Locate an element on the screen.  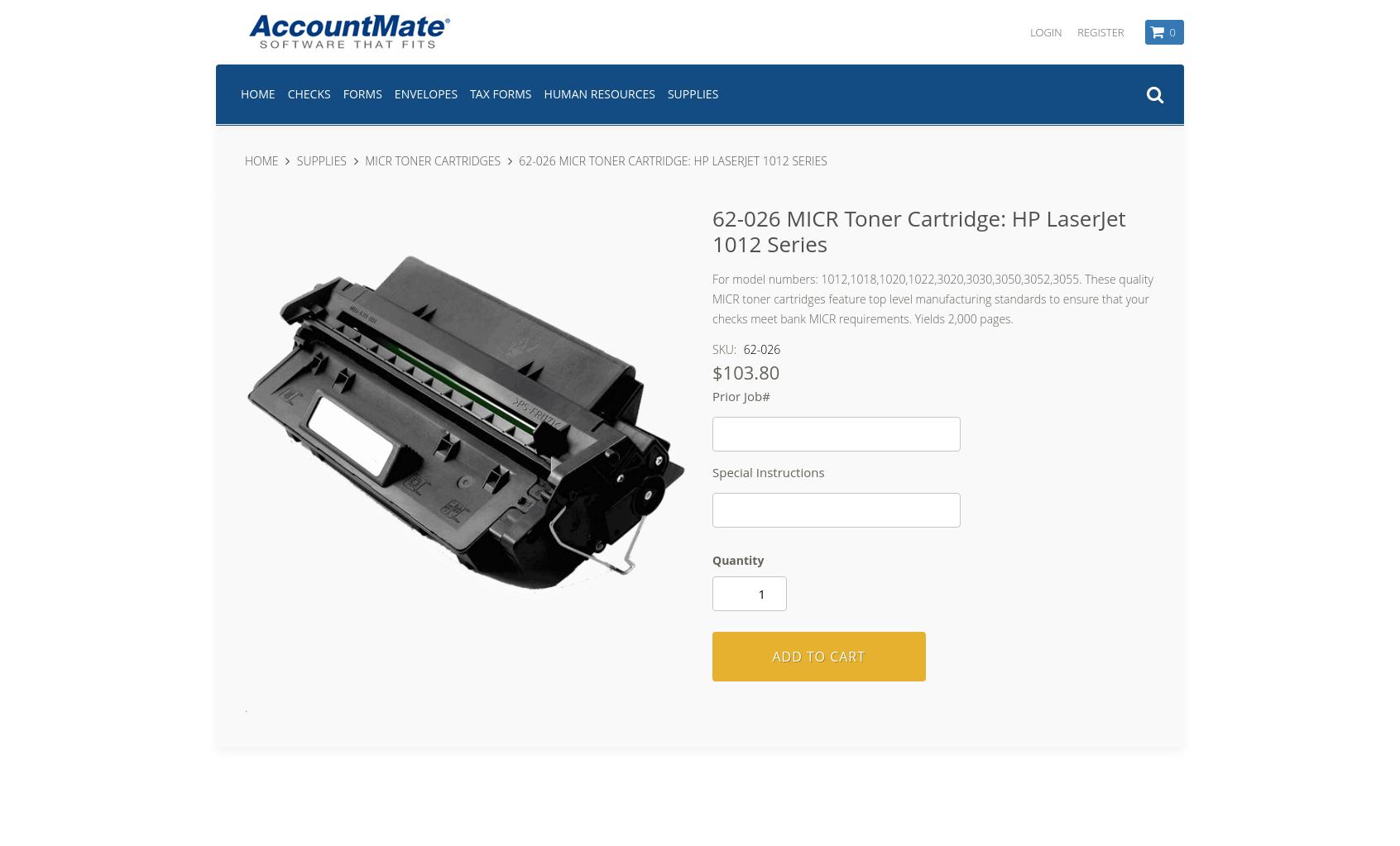
'$103.80' is located at coordinates (745, 371).